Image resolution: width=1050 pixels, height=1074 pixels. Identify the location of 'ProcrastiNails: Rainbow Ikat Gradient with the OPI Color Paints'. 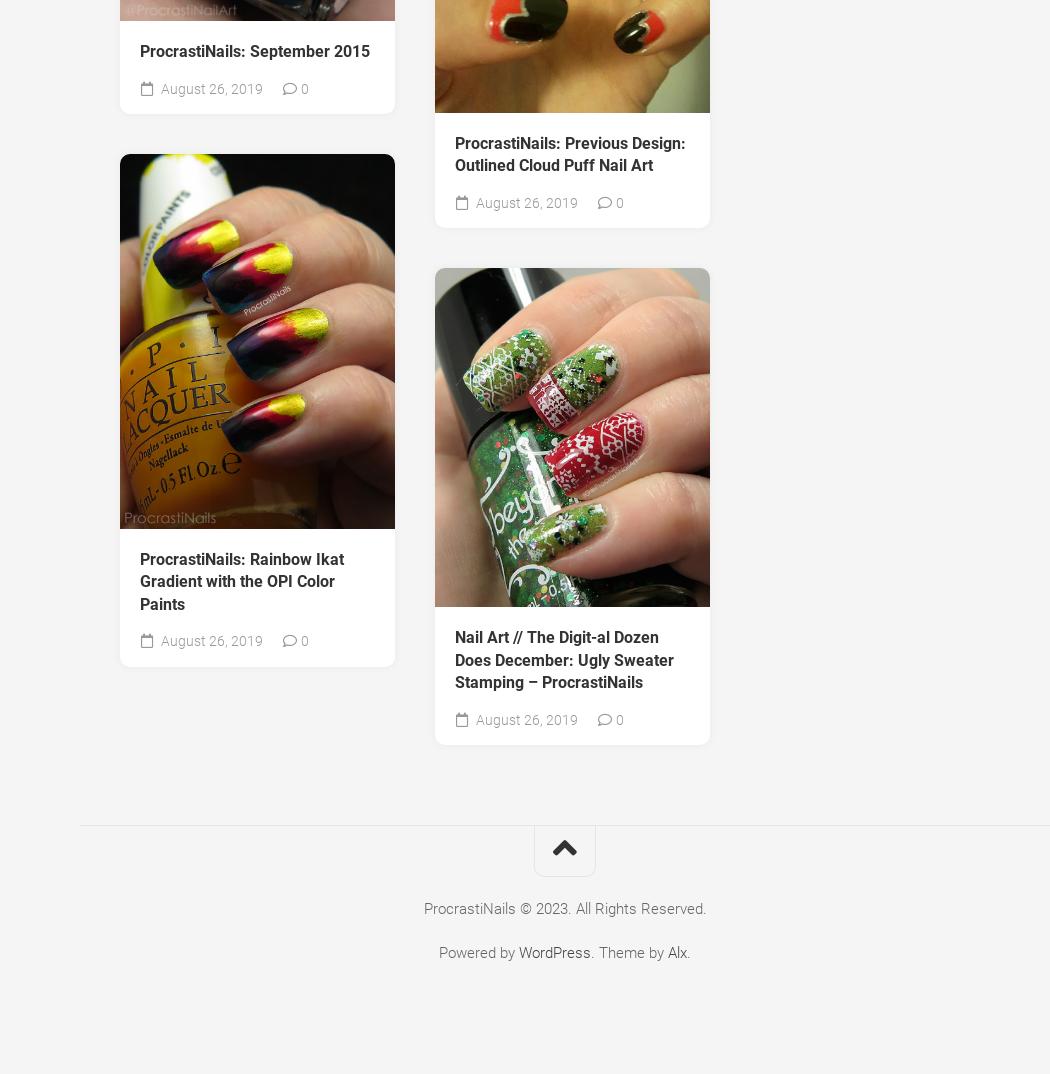
(242, 580).